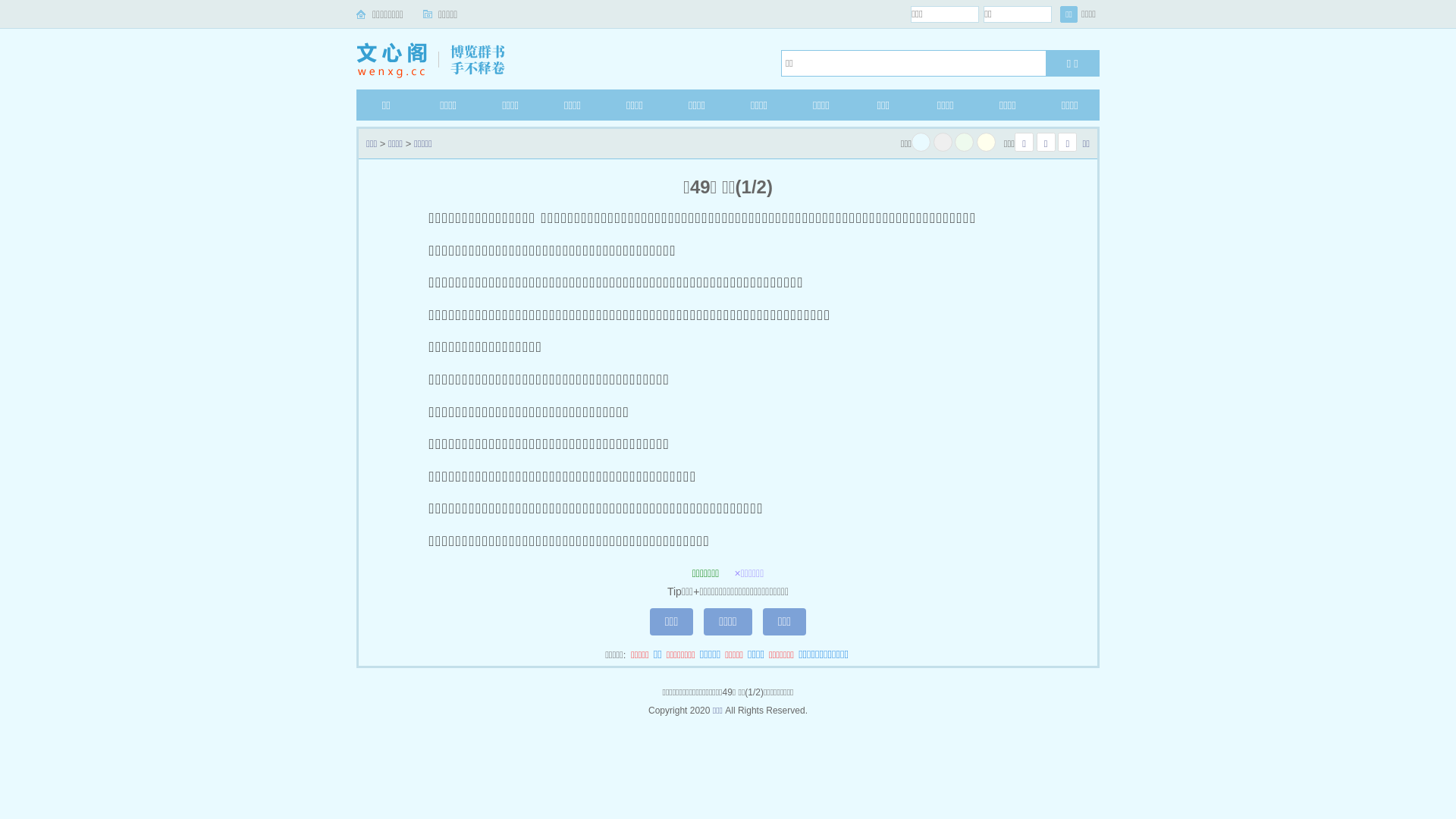  Describe the element at coordinates (920, 142) in the screenshot. I see `'  '` at that location.